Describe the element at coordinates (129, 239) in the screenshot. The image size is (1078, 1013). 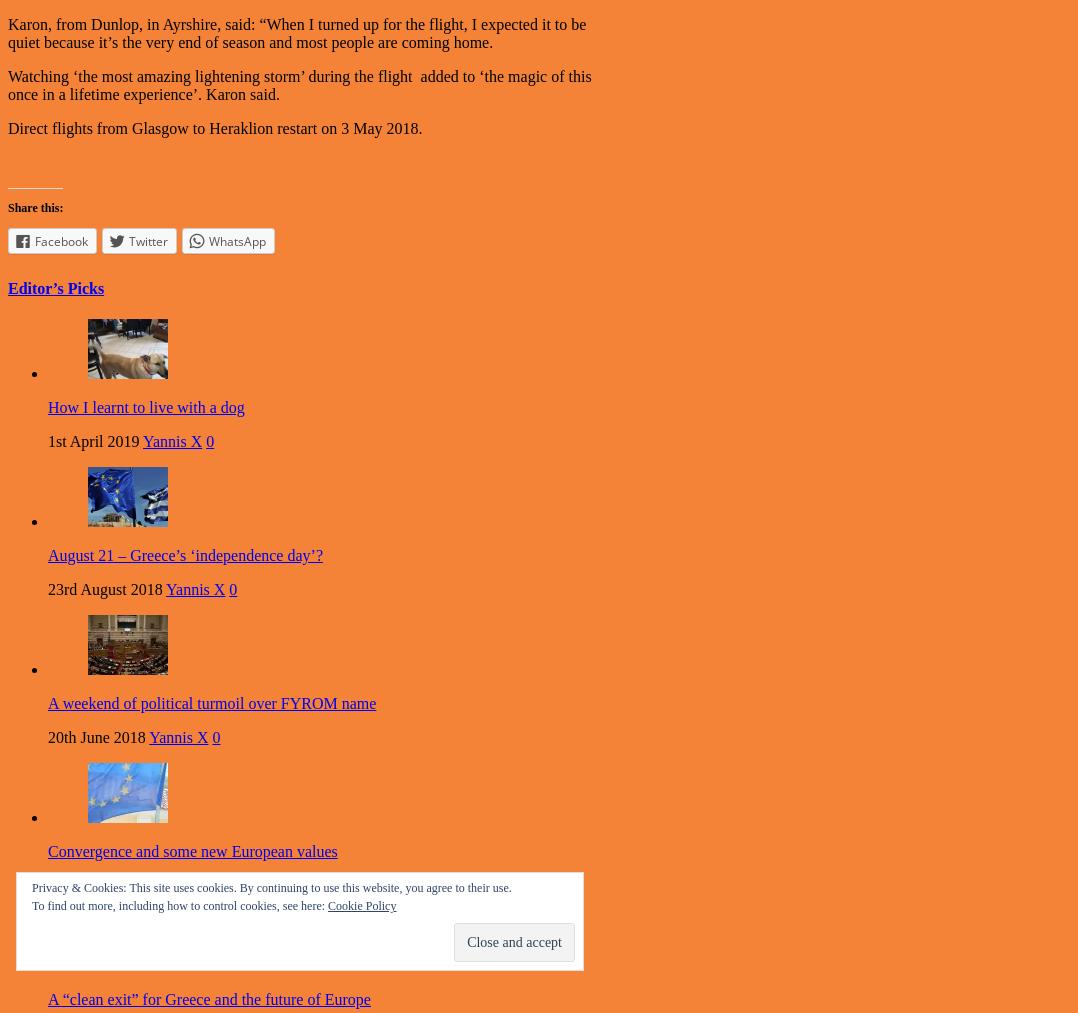
I see `'Twitter'` at that location.